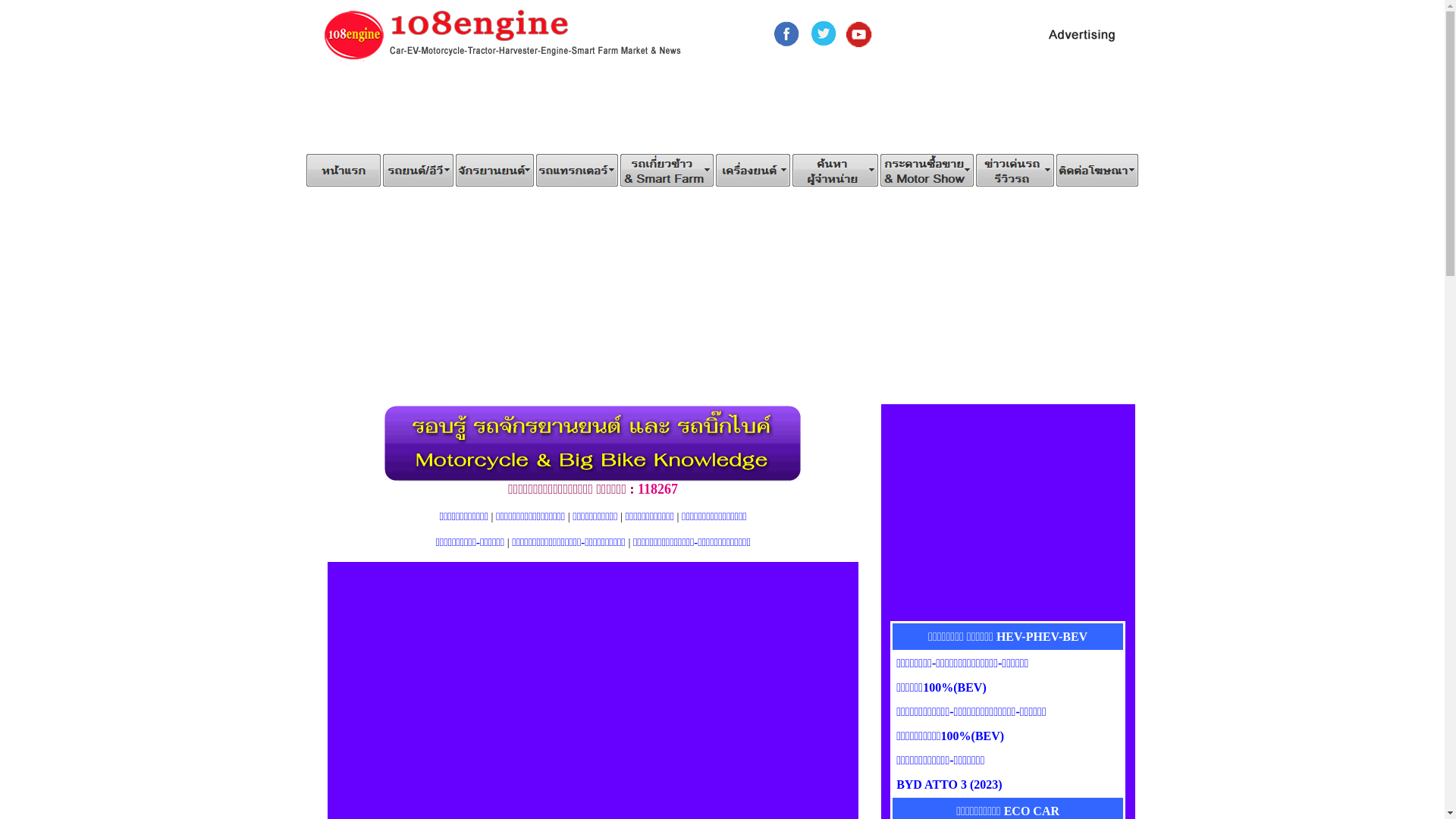 The height and width of the screenshot is (819, 1456). Describe the element at coordinates (619, 170) in the screenshot. I see `'Combine Harvester/Smart Farm'` at that location.